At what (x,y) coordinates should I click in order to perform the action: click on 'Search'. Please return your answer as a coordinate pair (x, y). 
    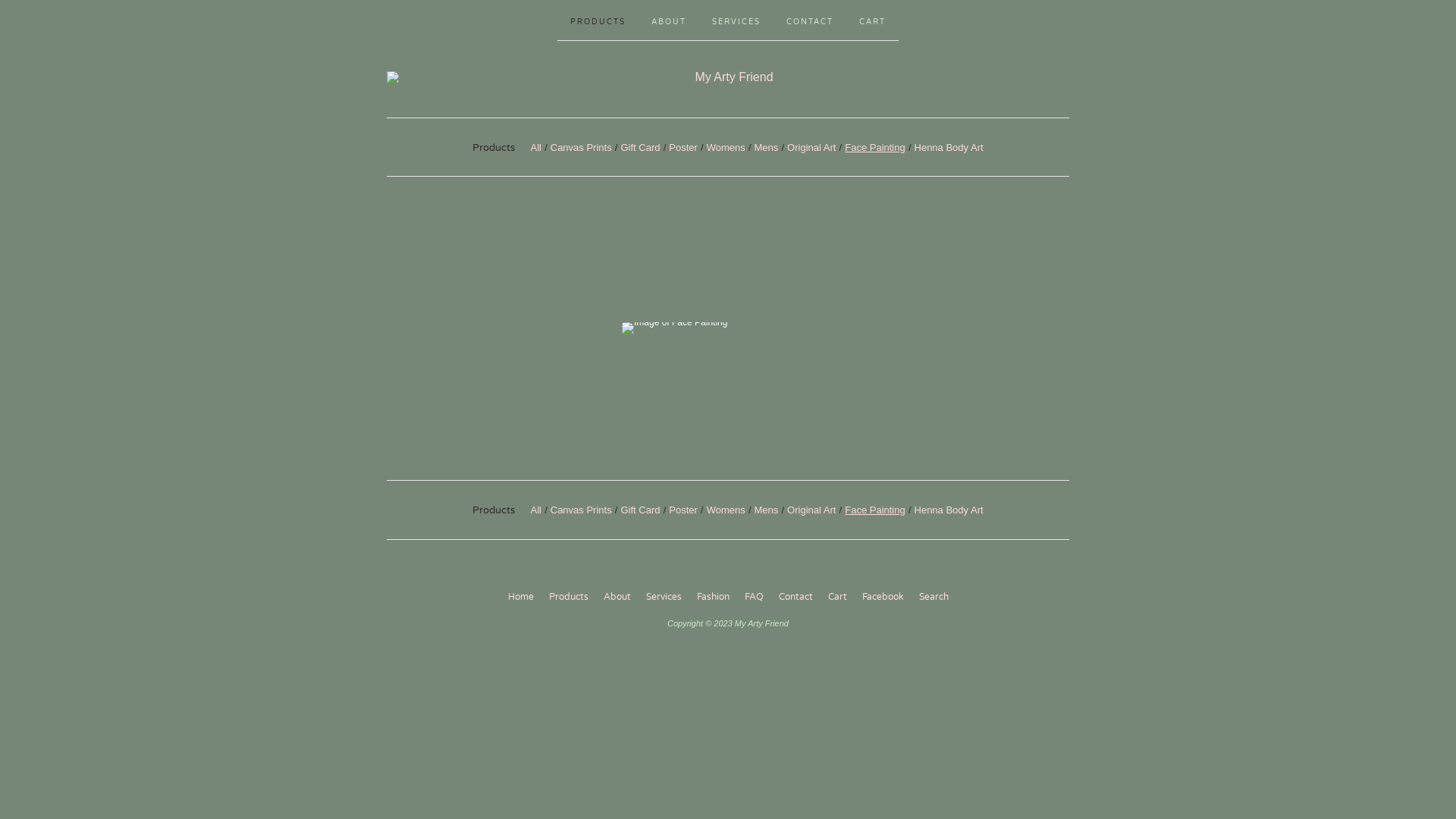
    Looking at the image, I should click on (933, 596).